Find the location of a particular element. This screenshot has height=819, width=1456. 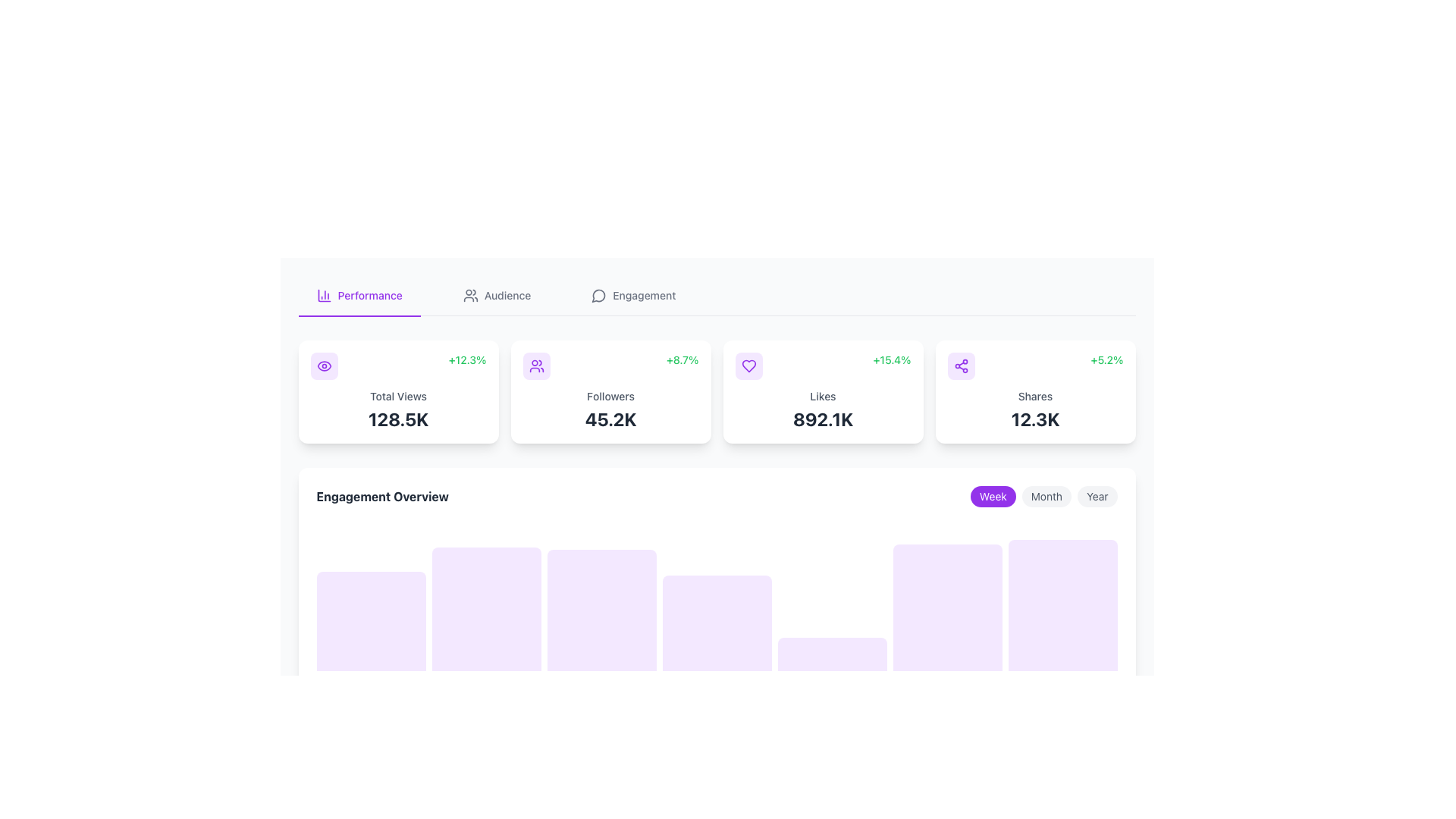

the circular speech bubble icon located to the left of the 'Engagement' label is located at coordinates (598, 295).